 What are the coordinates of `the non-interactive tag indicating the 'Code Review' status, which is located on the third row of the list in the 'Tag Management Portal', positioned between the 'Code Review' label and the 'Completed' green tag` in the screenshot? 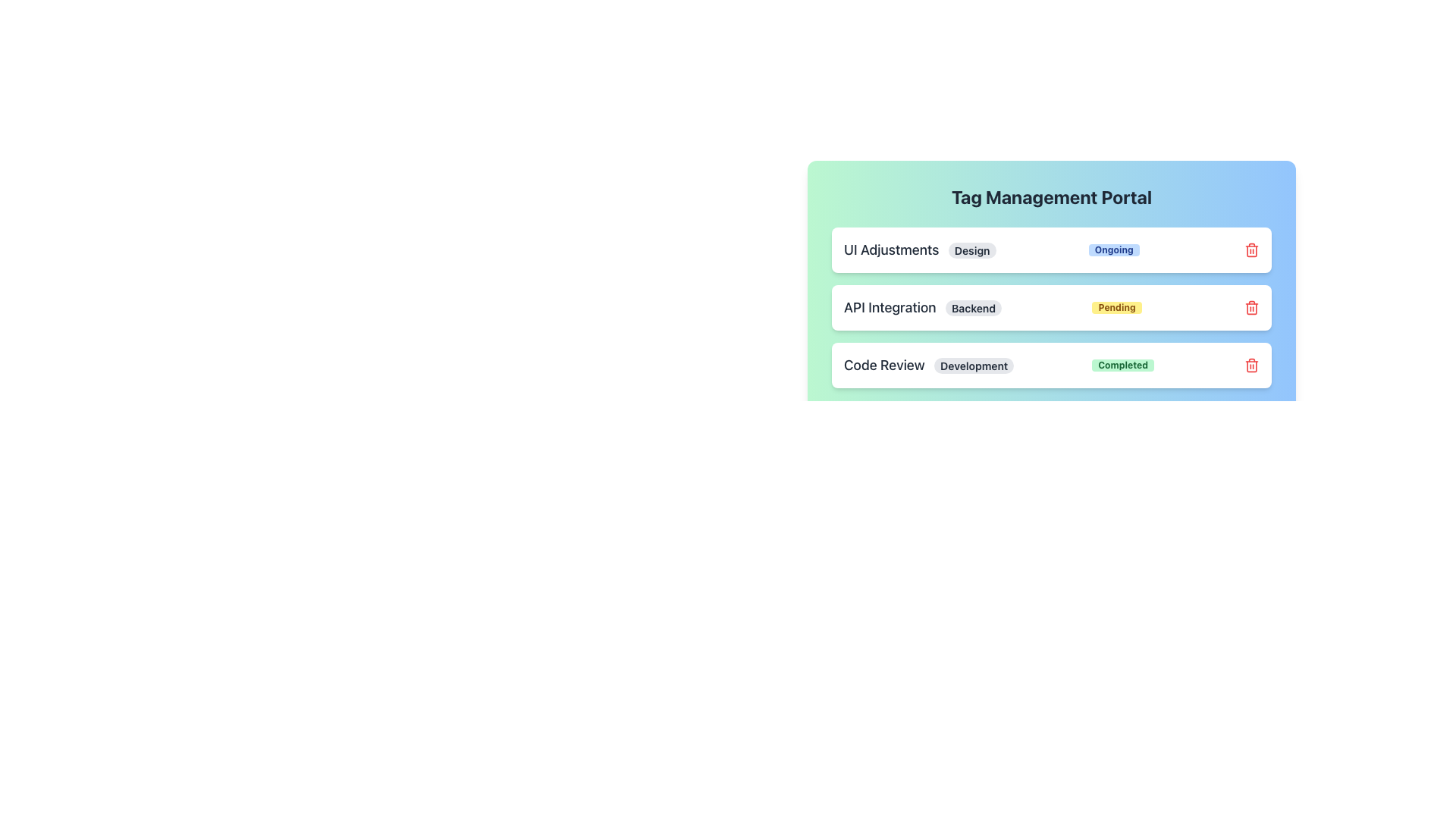 It's located at (974, 366).